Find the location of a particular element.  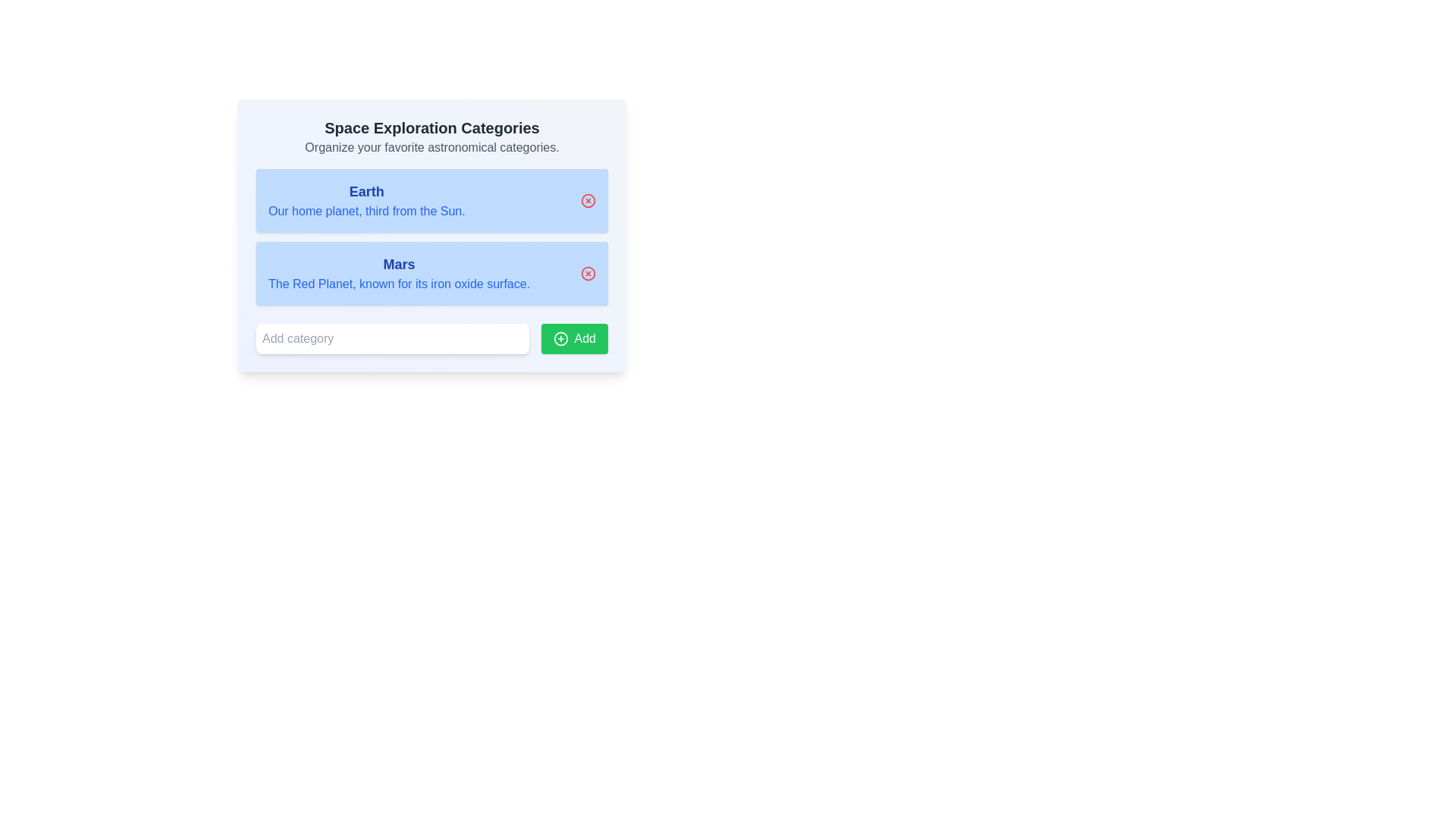

the circular icon button located at the right end inside the panel associated with 'Earth, Our home planet, third from the Sun.' is located at coordinates (588, 200).